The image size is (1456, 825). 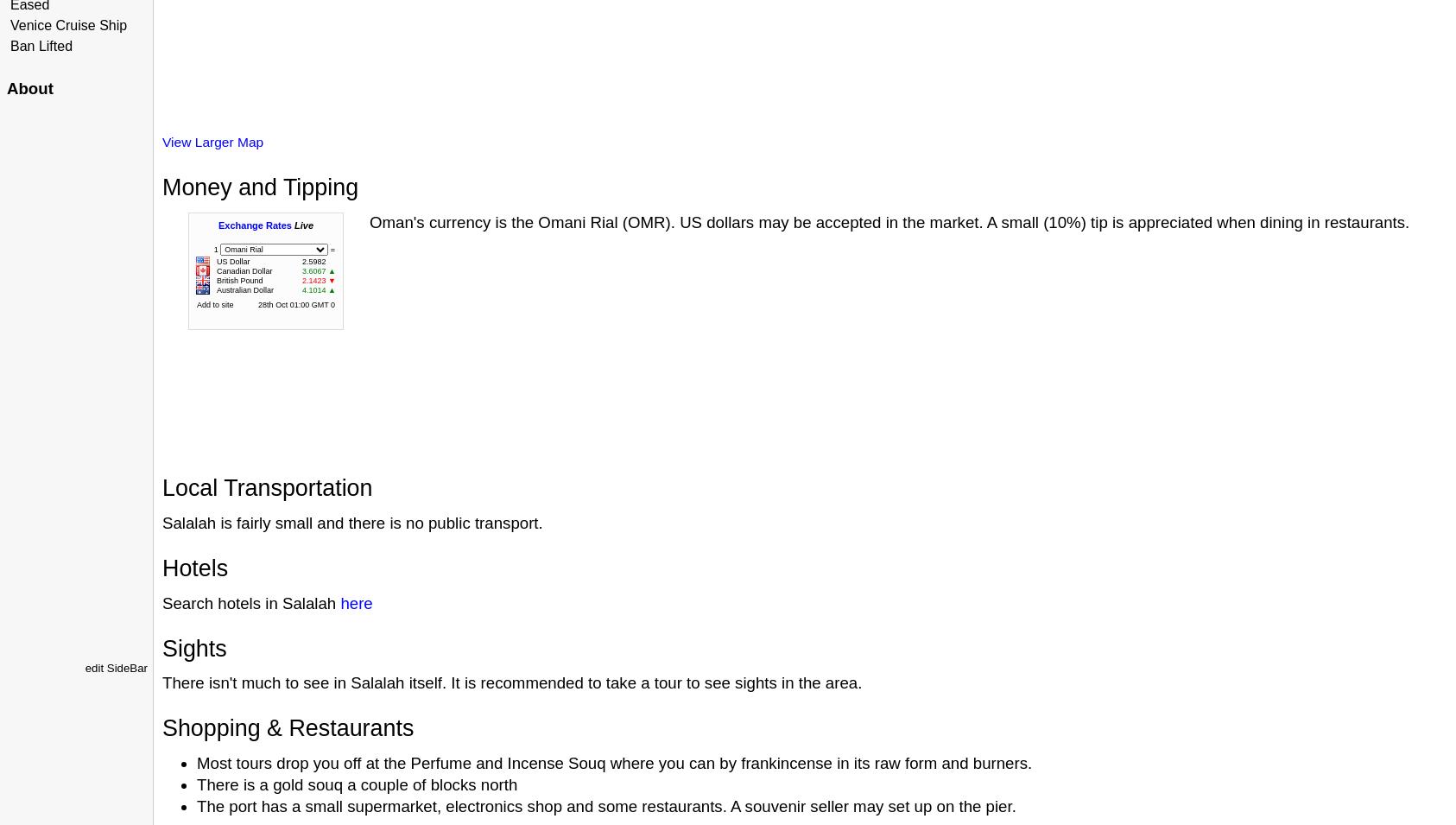 What do you see at coordinates (212, 142) in the screenshot?
I see `'View Larger Map'` at bounding box center [212, 142].